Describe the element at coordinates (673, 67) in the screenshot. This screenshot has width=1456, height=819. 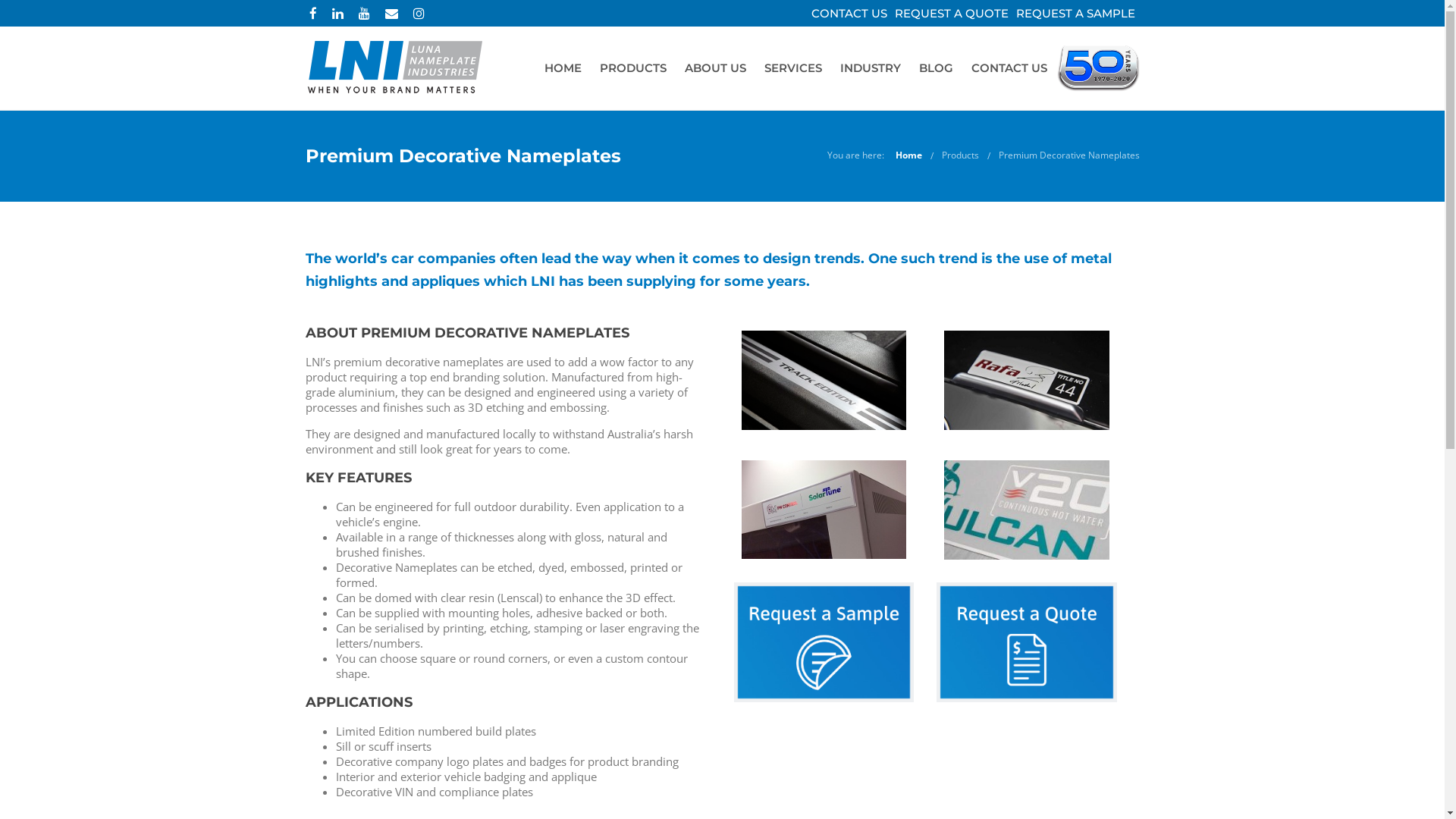
I see `'ABOUT US'` at that location.